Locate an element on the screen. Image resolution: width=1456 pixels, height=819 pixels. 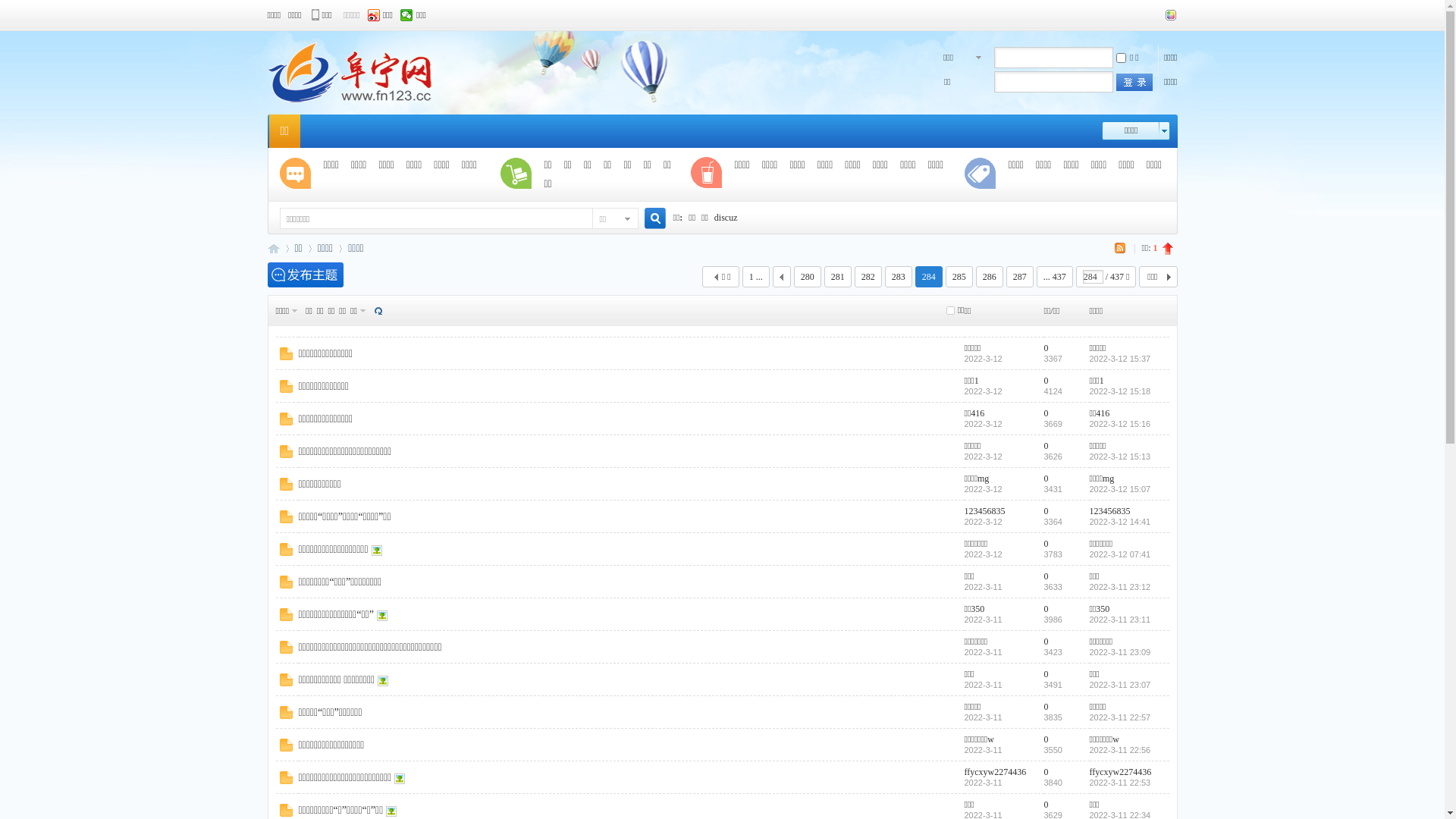
'1 ...' is located at coordinates (756, 277).